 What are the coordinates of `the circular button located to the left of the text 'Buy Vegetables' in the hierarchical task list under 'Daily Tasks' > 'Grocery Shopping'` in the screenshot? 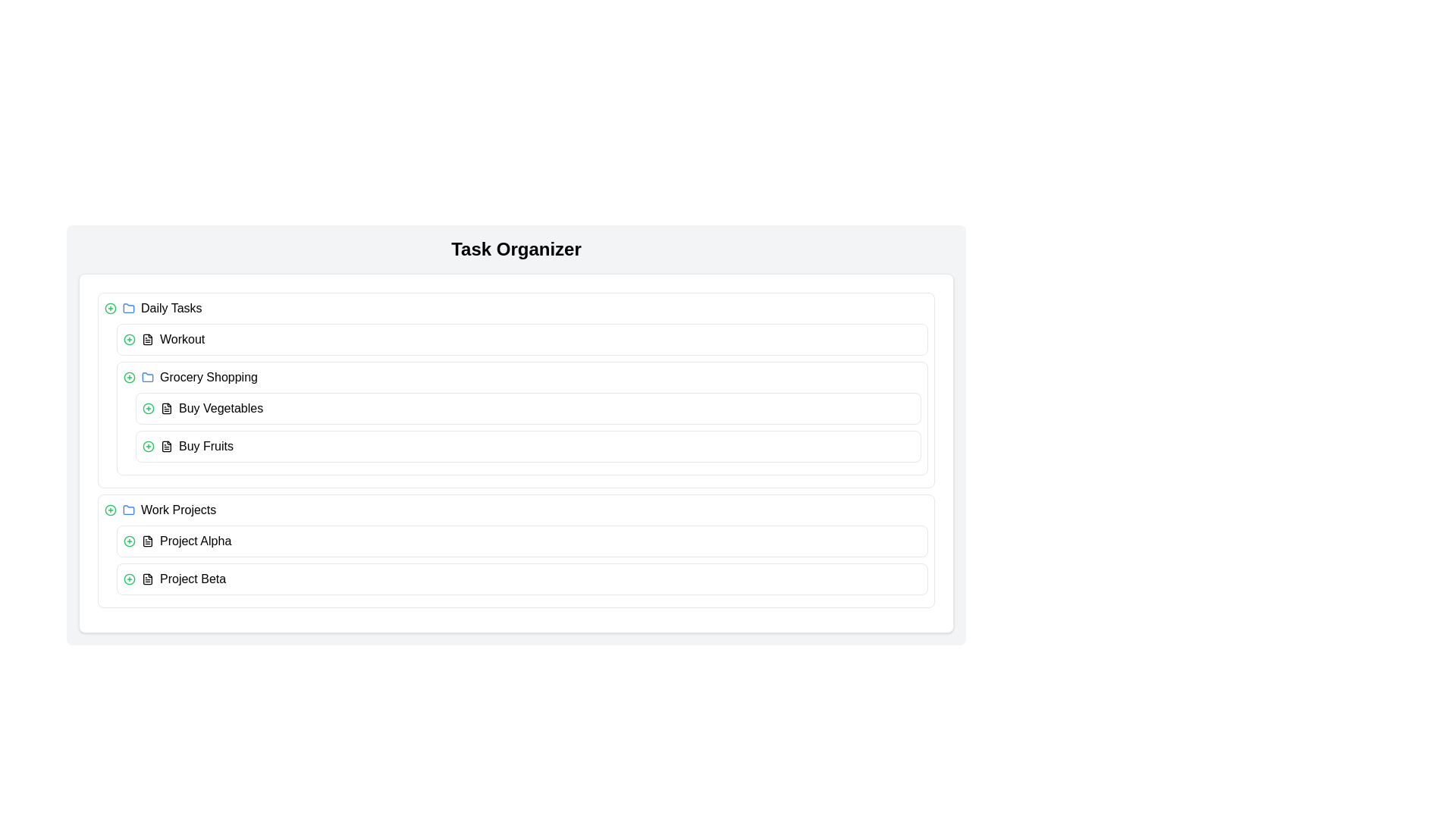 It's located at (149, 408).